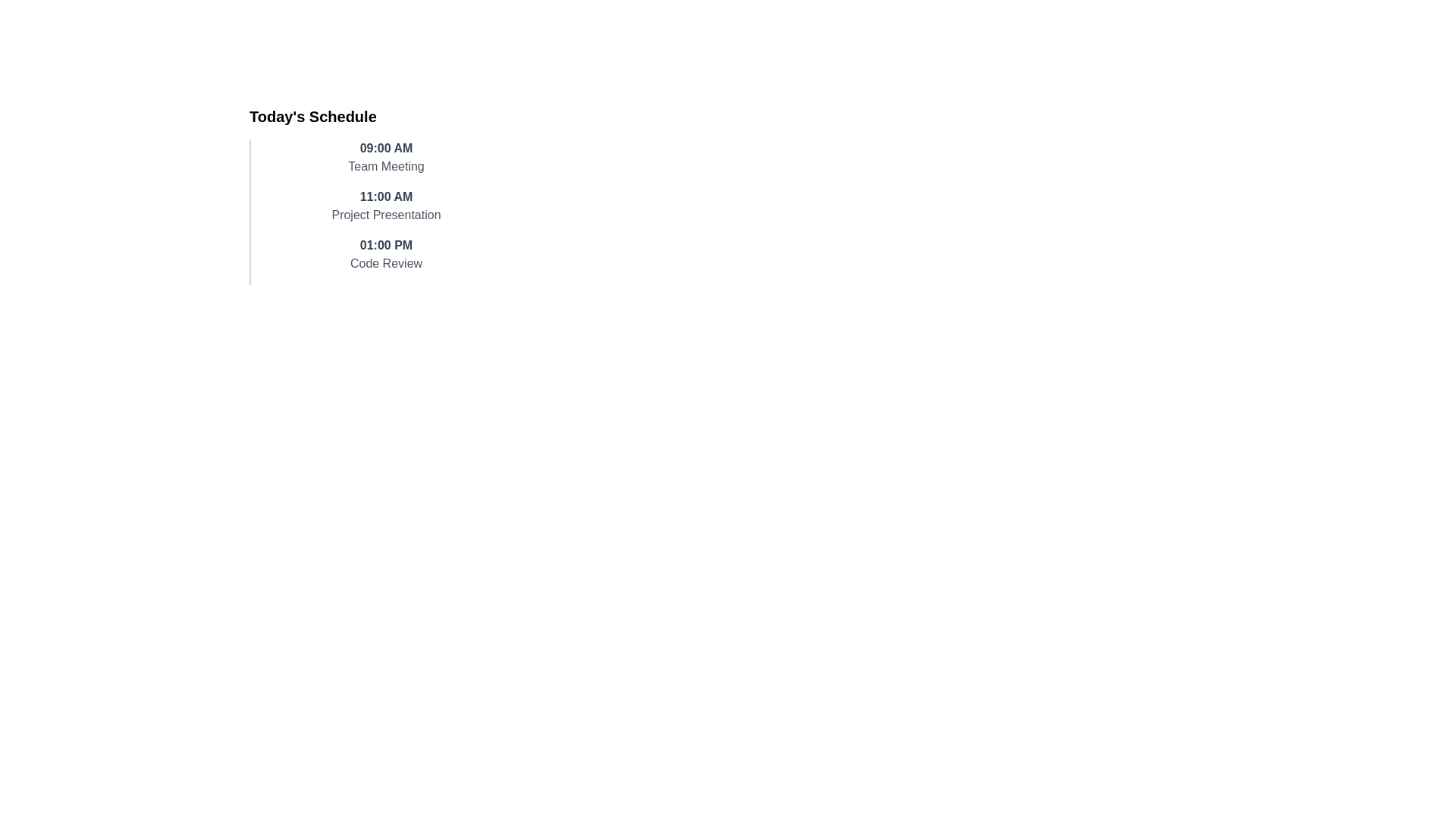  Describe the element at coordinates (386, 158) in the screenshot. I see `the text block displaying '09:00 AM' and 'Team Meeting'` at that location.